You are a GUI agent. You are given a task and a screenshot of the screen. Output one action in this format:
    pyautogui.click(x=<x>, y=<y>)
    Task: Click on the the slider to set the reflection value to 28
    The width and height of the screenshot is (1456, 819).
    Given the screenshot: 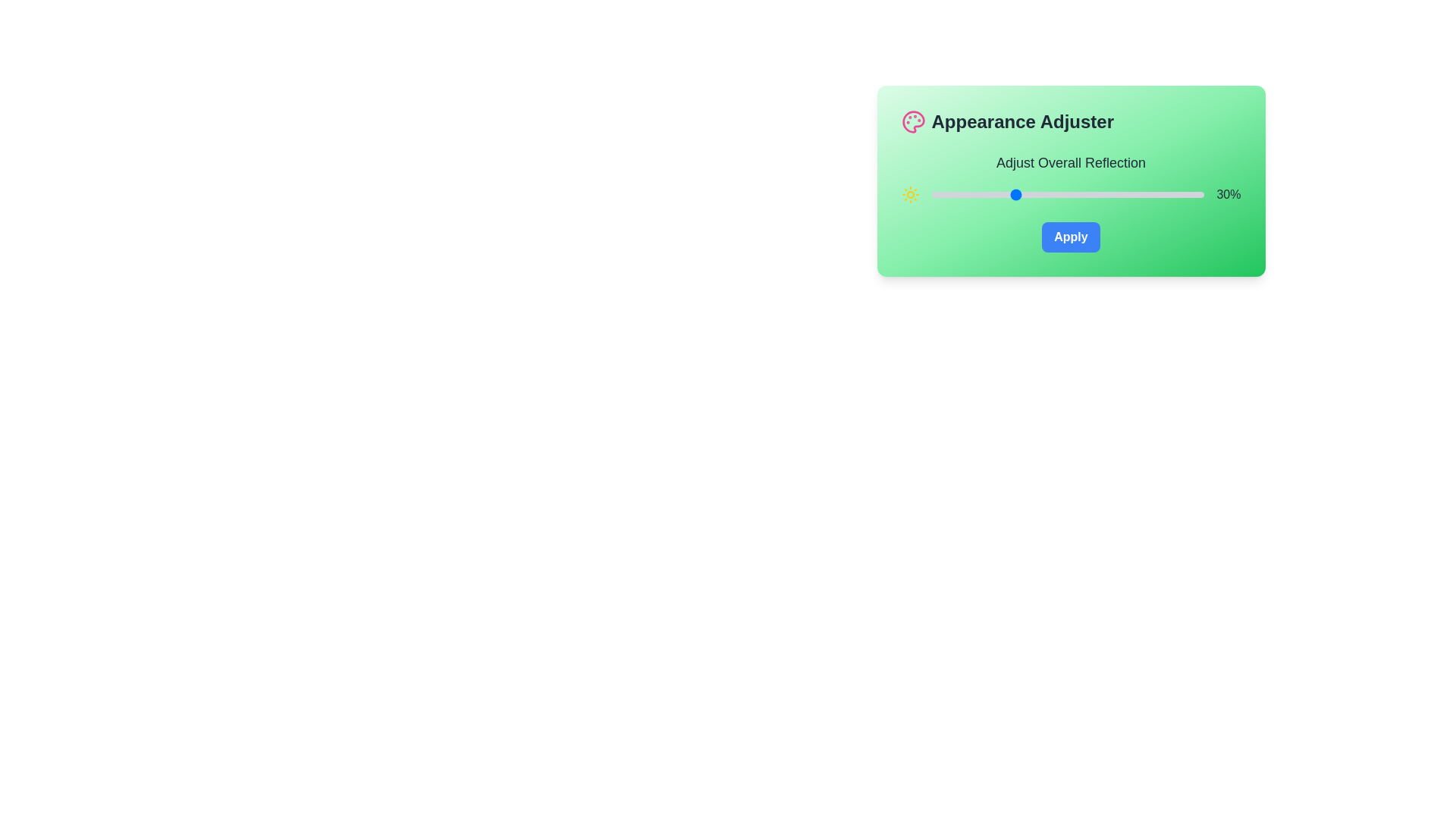 What is the action you would take?
    pyautogui.click(x=1008, y=194)
    